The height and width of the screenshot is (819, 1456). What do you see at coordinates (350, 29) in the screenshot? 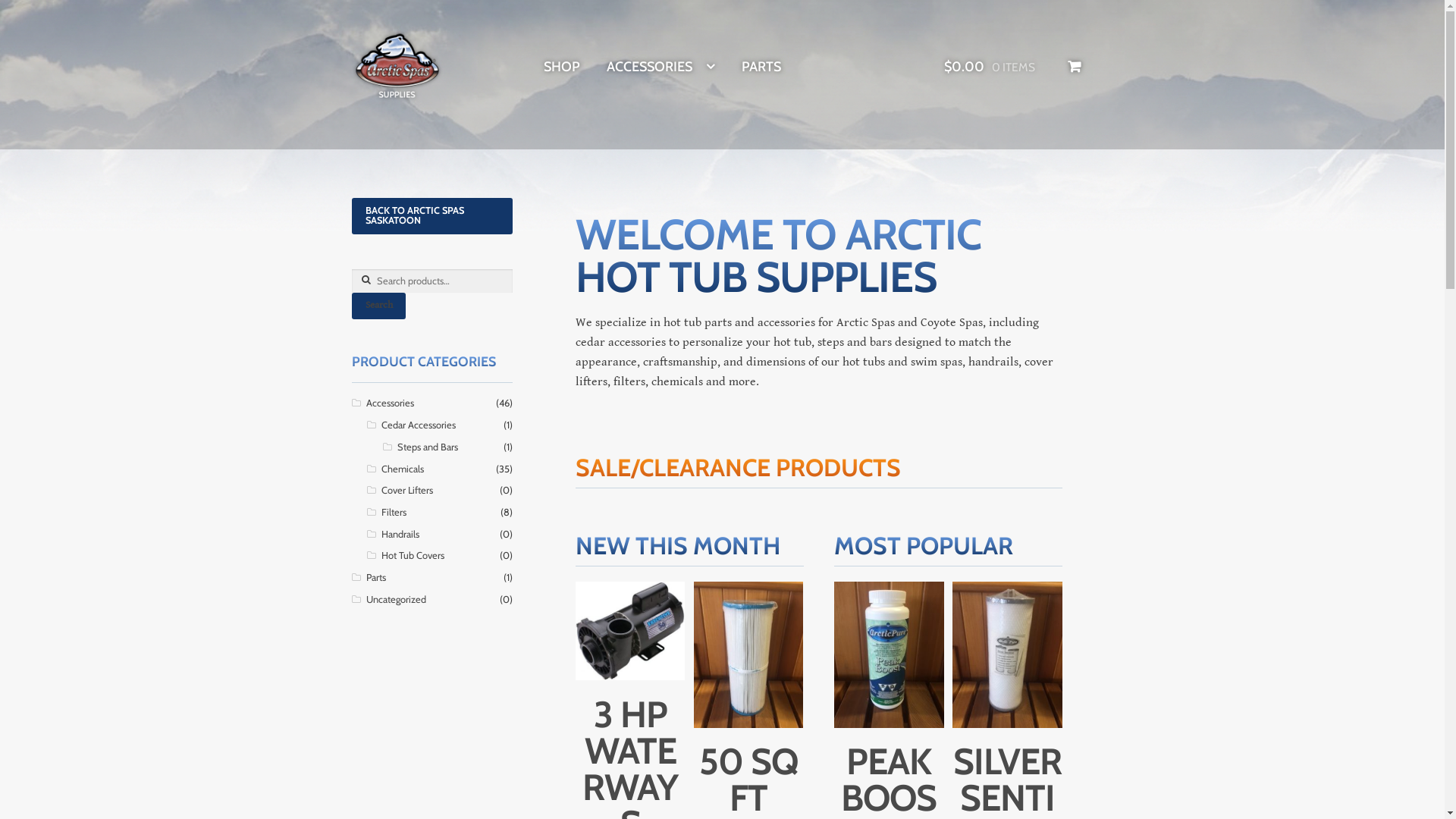
I see `'SKIP TO NAVIGATION'` at bounding box center [350, 29].